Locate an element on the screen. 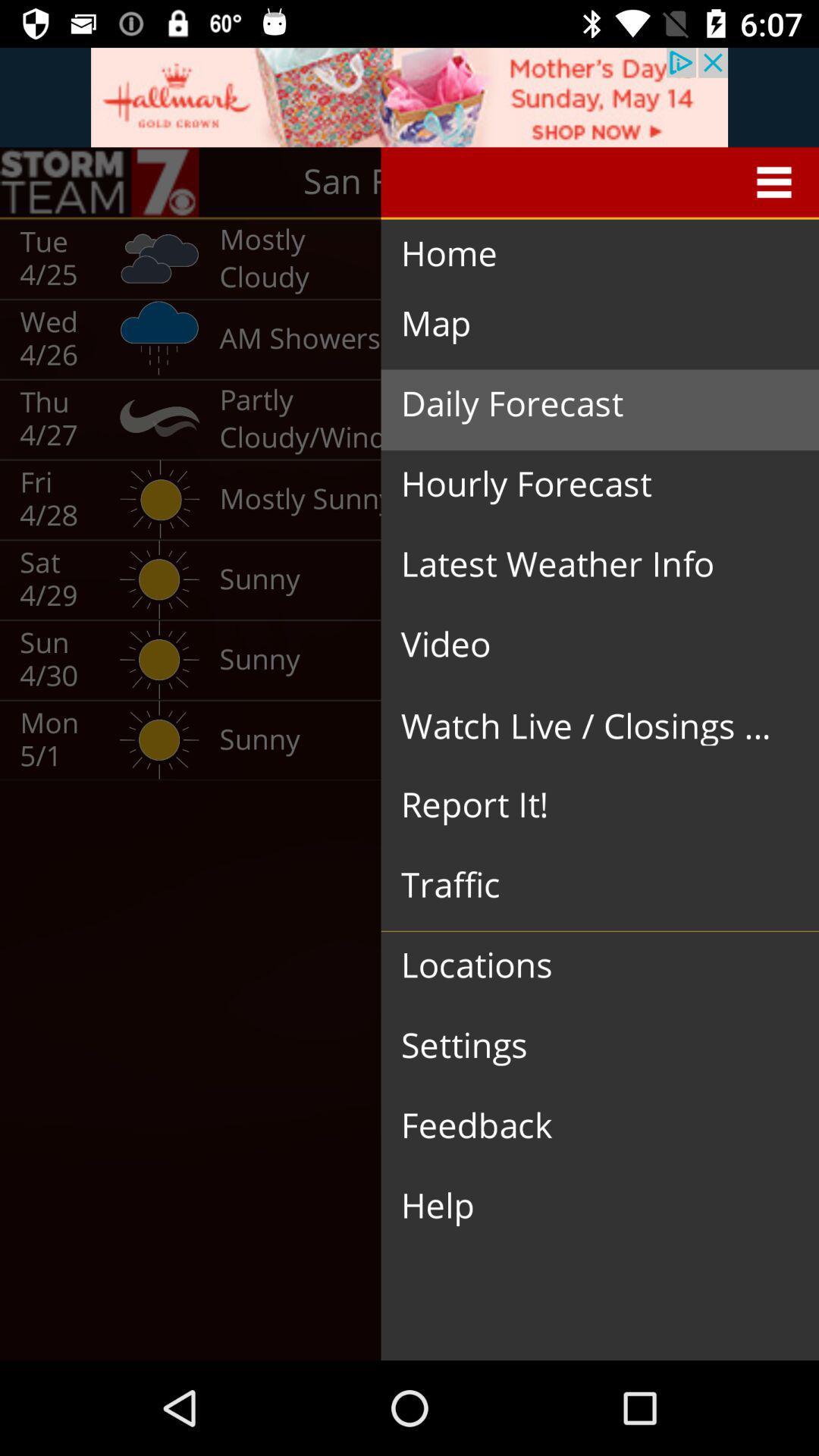 The width and height of the screenshot is (819, 1456). the hourly forecast is located at coordinates (587, 484).